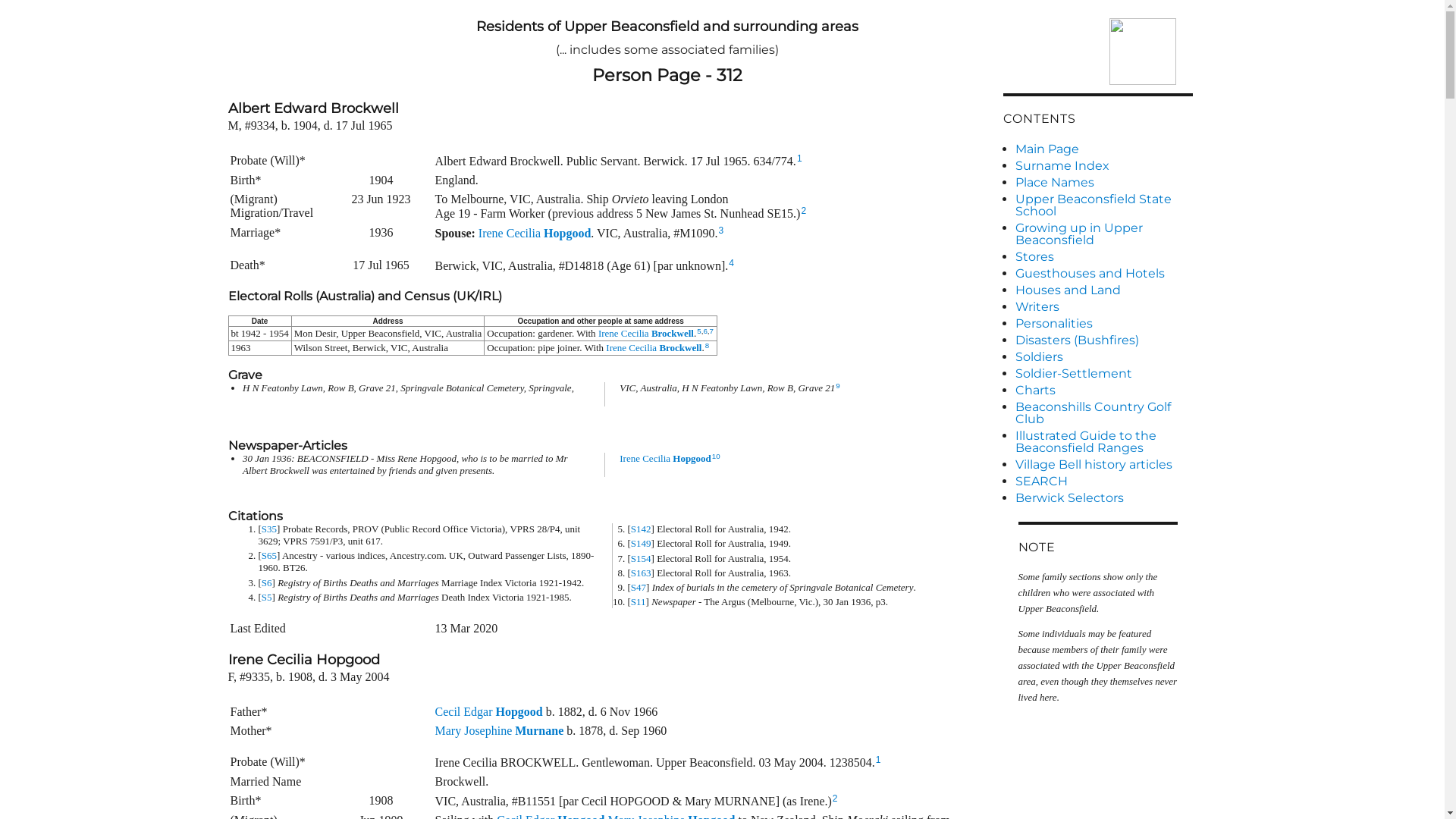 The image size is (1456, 819). Describe the element at coordinates (711, 330) in the screenshot. I see `'7'` at that location.